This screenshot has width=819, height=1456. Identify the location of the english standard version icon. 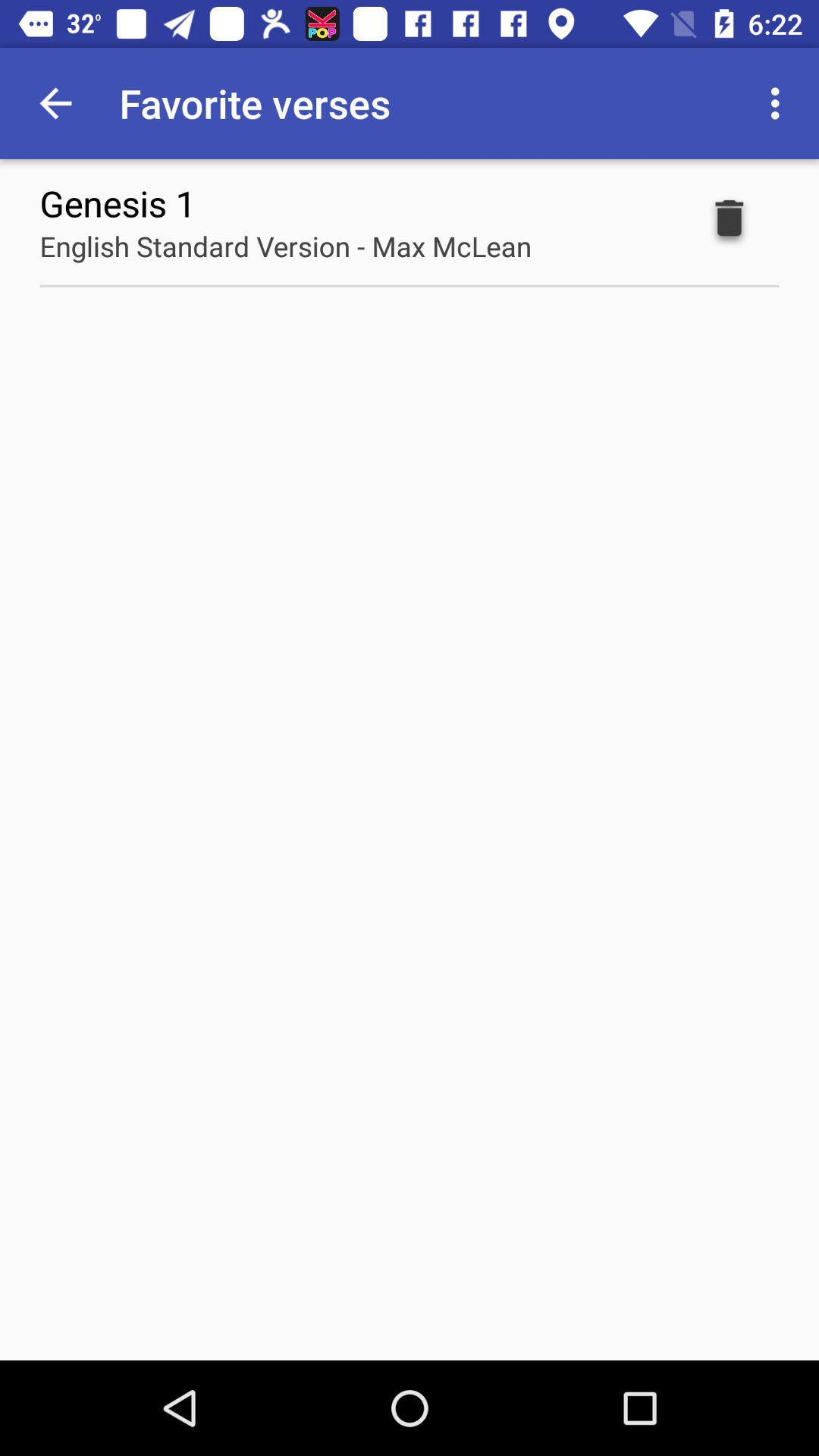
(285, 246).